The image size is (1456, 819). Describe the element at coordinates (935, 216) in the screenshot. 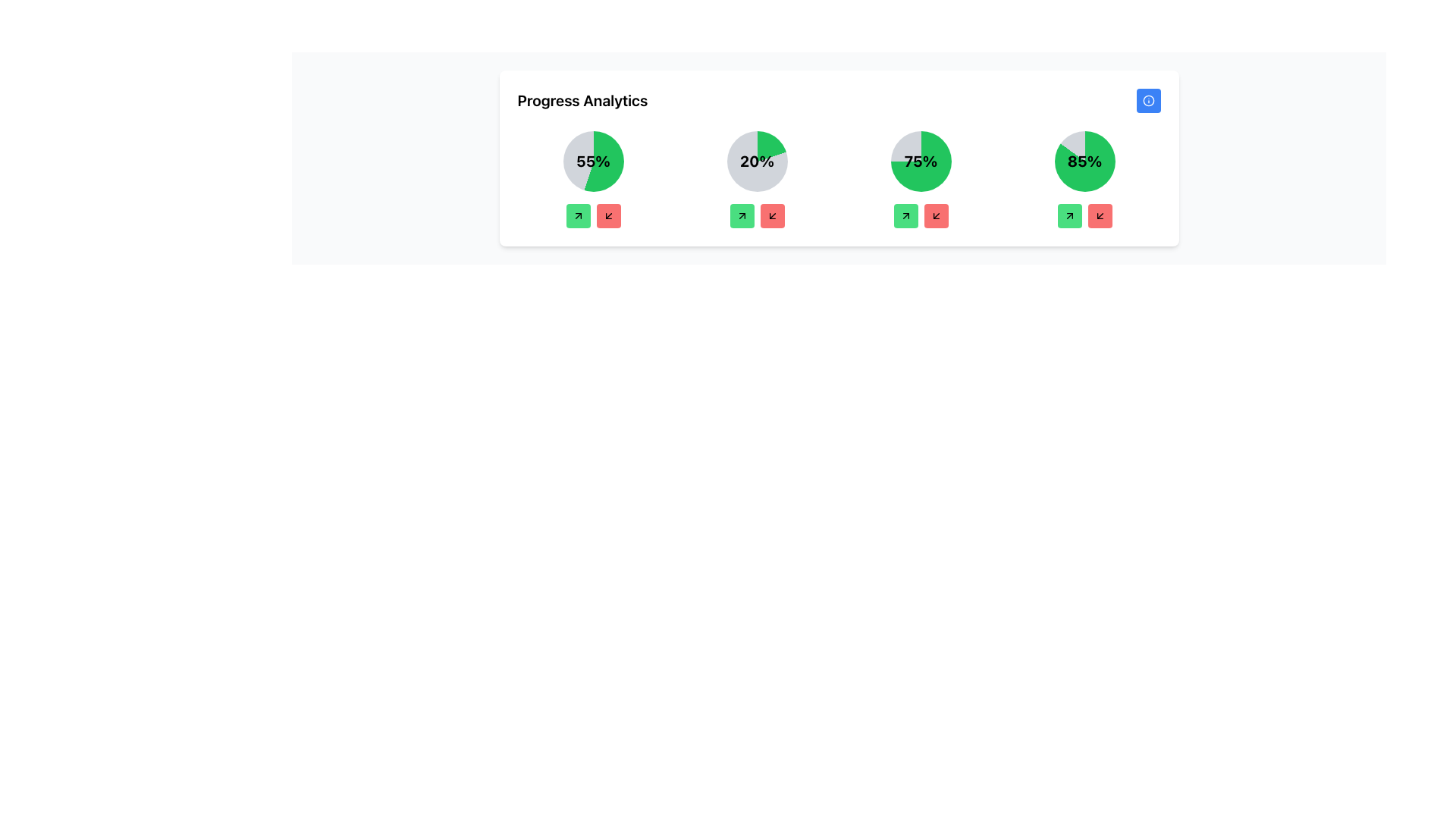

I see `the navigation icon located below the third donut chart` at that location.